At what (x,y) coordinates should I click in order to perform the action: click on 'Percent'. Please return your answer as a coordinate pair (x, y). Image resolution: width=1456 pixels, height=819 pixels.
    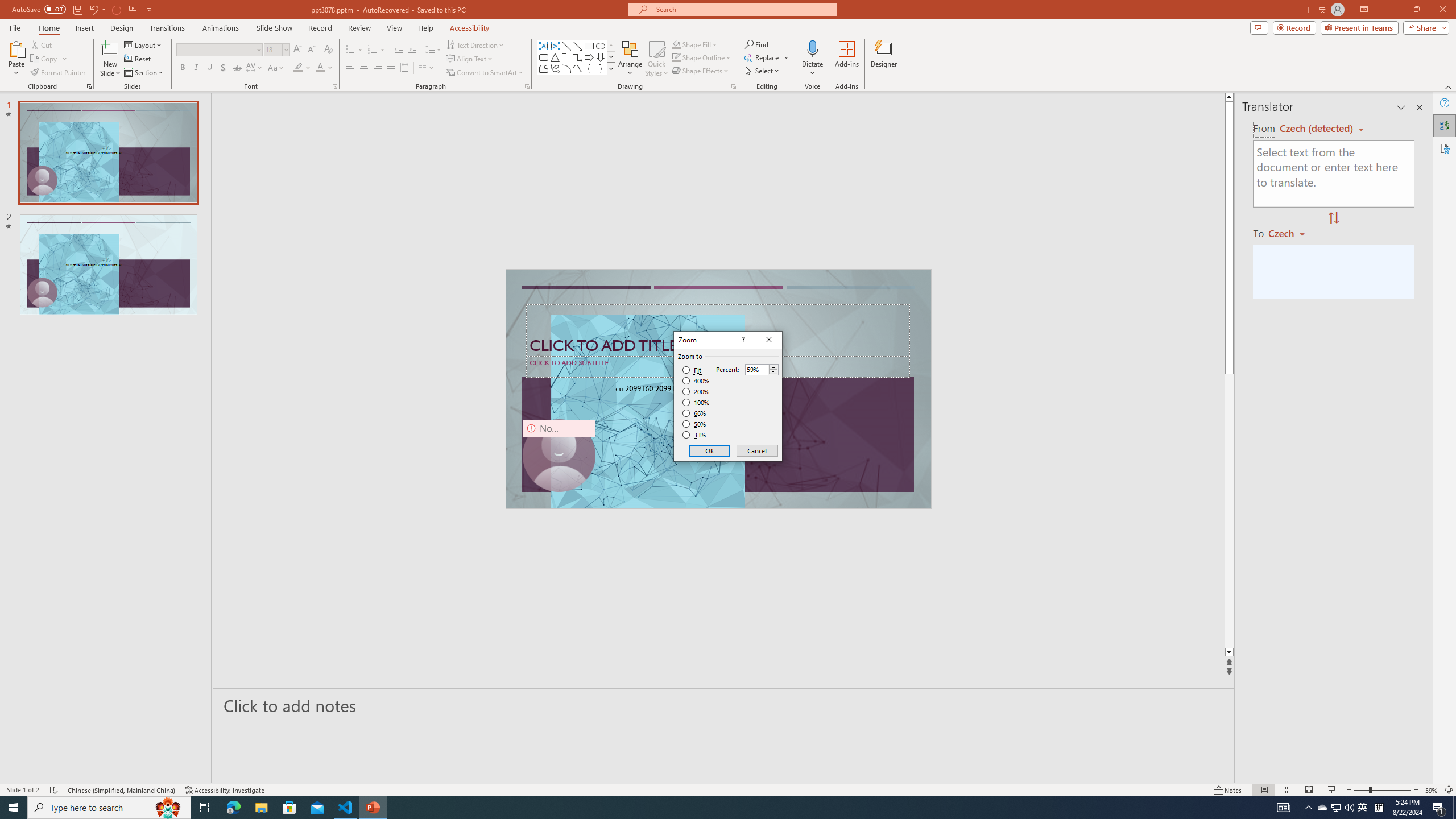
    Looking at the image, I should click on (756, 370).